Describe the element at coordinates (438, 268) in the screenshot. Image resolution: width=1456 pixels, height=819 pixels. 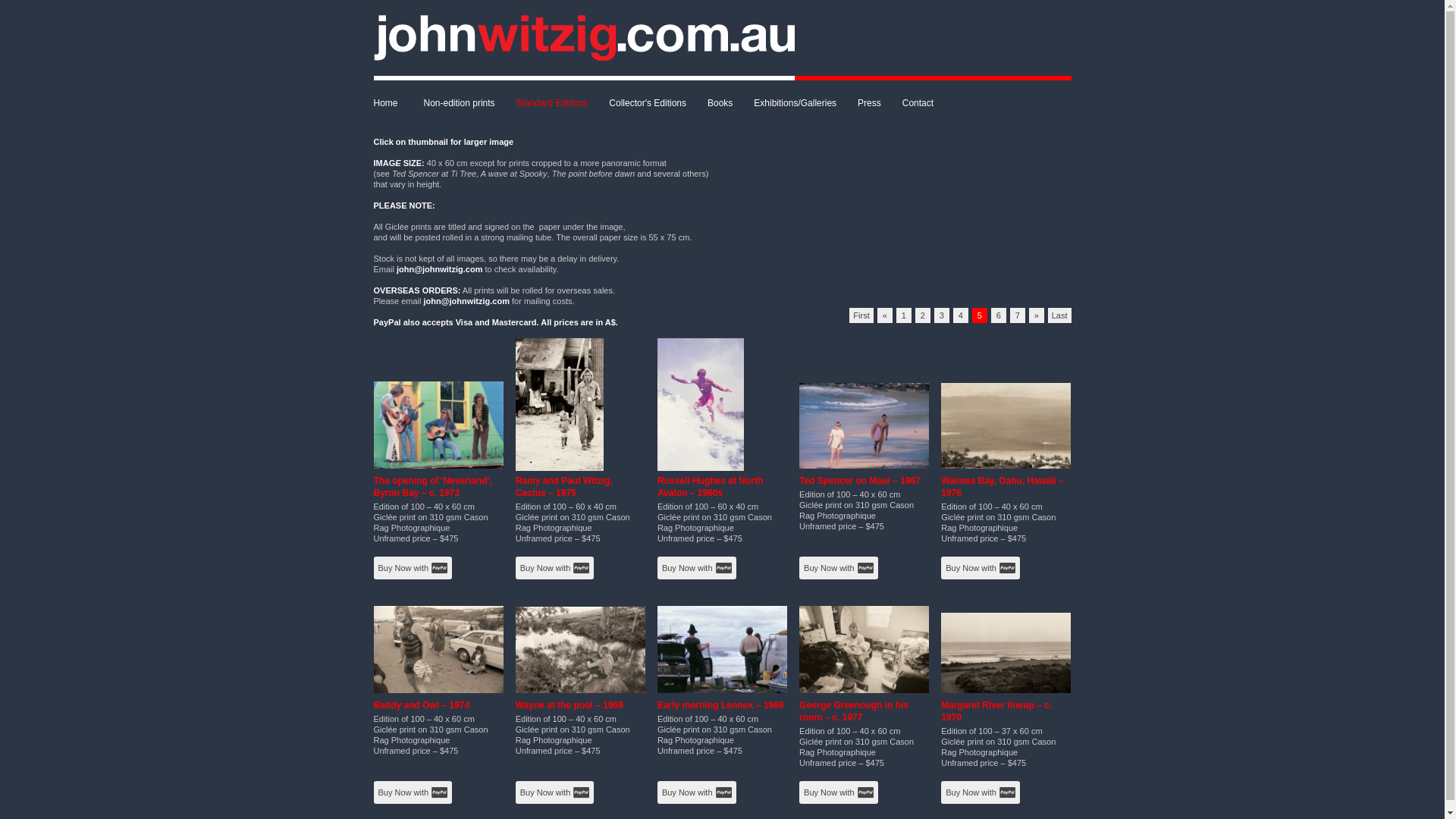
I see `'john@johnwitzig.com'` at that location.